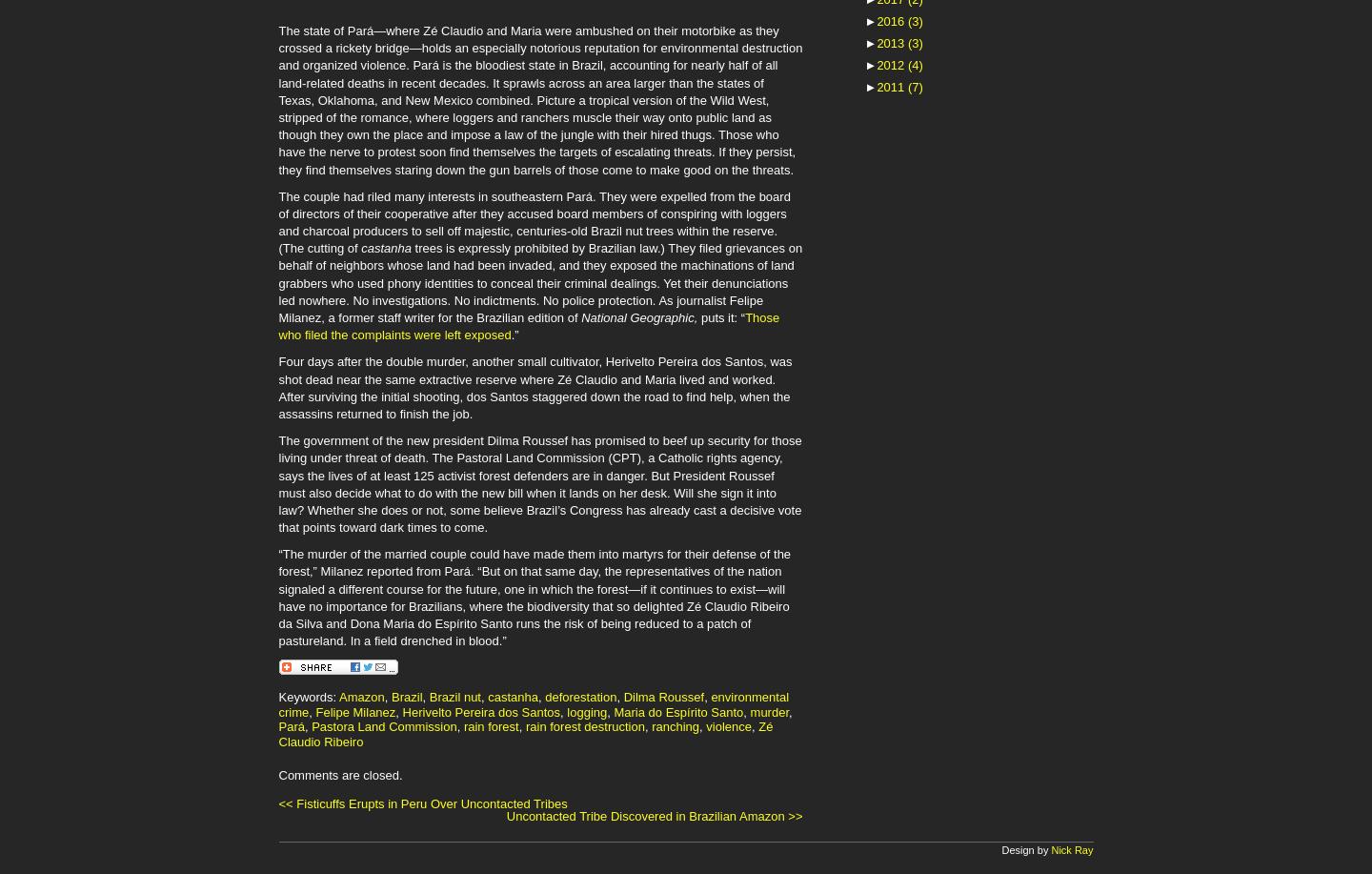  Describe the element at coordinates (612, 710) in the screenshot. I see `'Maria do Espírito Santo'` at that location.